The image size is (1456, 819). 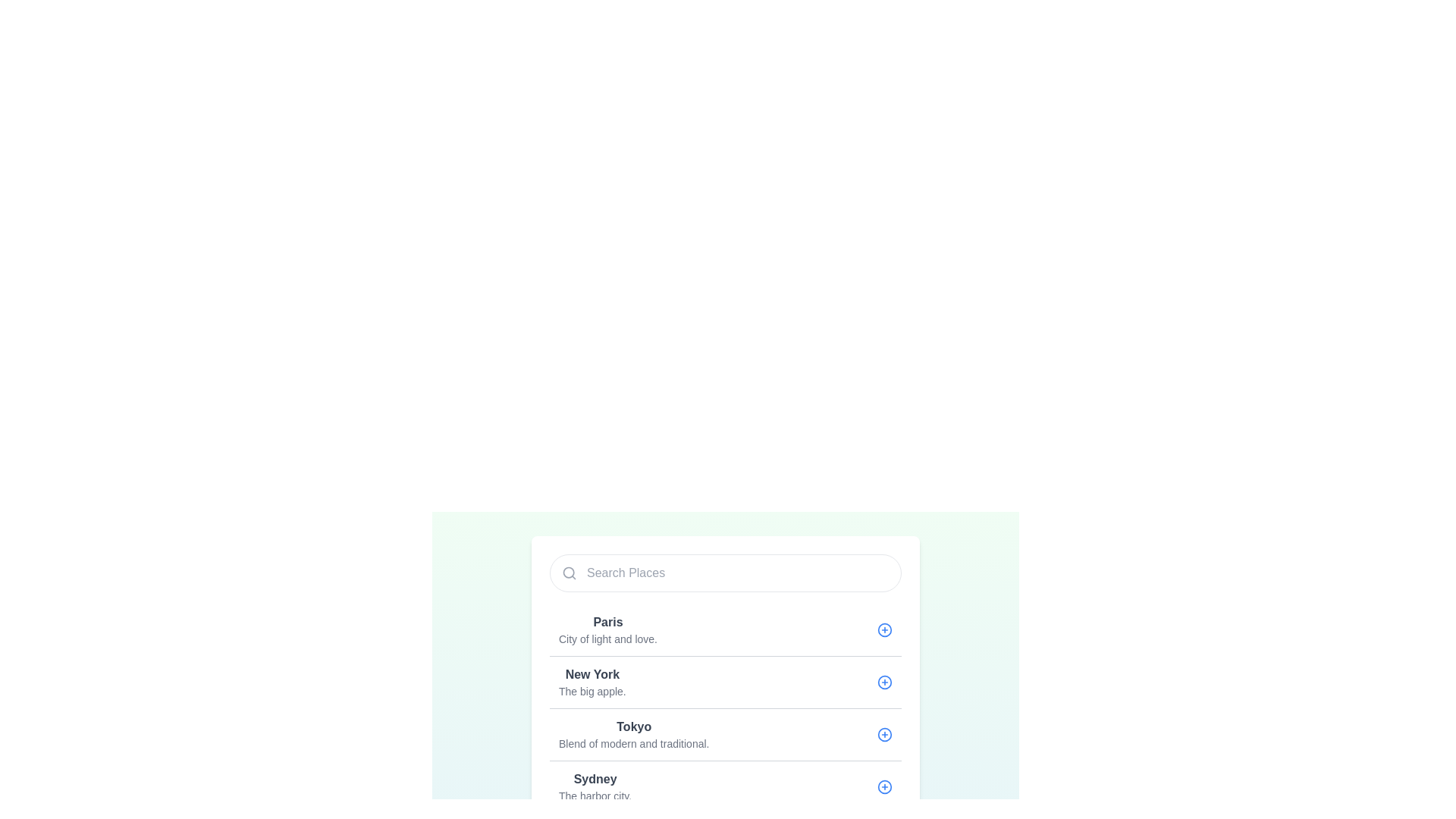 I want to click on the text content block displaying 'Tokyo' with the subtitle 'Blend of modern and traditional.', so click(x=634, y=733).